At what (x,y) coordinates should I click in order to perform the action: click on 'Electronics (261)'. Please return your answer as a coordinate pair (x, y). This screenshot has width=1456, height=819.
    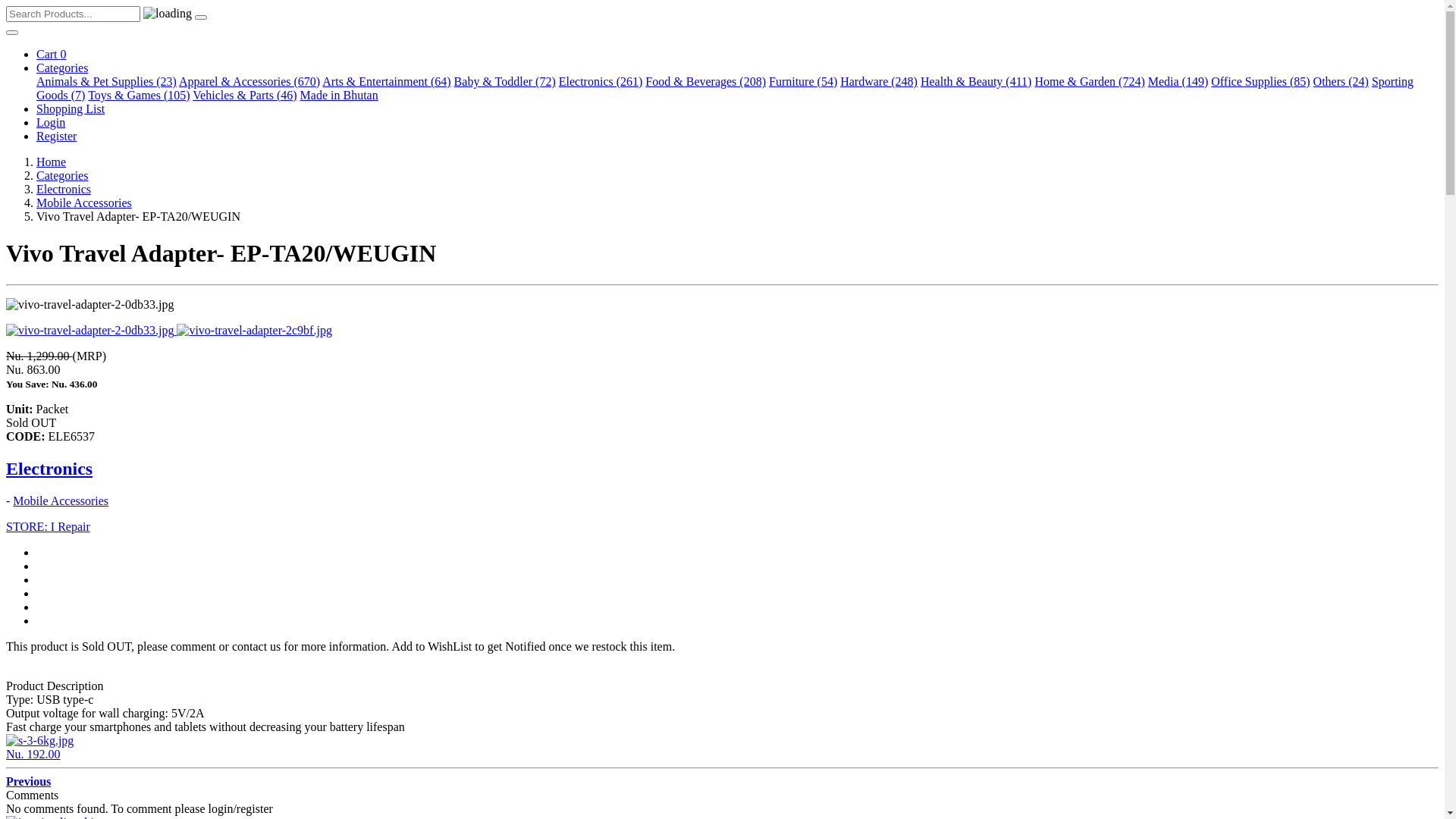
    Looking at the image, I should click on (600, 81).